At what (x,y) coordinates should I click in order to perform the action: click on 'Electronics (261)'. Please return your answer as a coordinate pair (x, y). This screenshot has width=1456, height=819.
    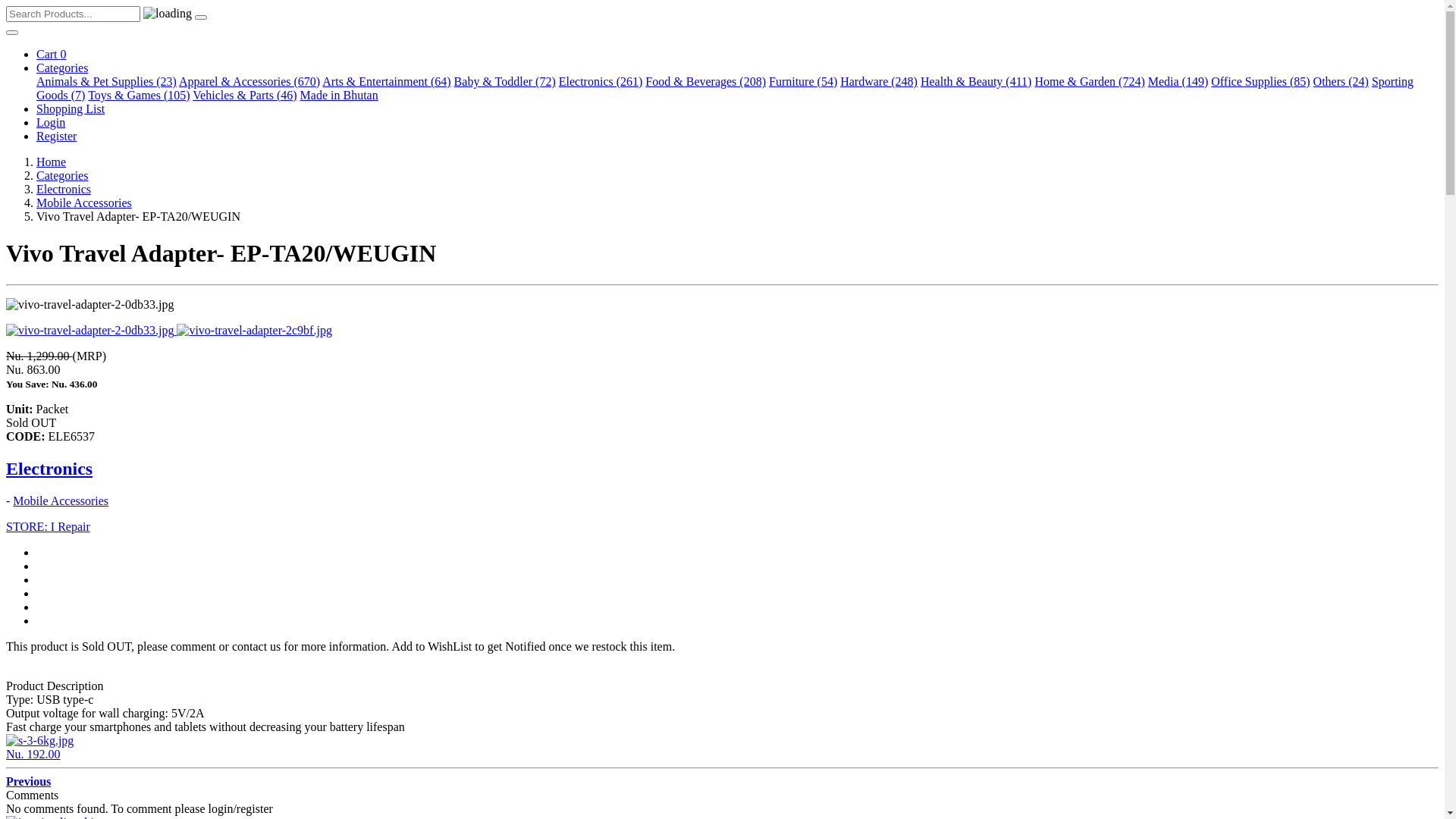
    Looking at the image, I should click on (600, 81).